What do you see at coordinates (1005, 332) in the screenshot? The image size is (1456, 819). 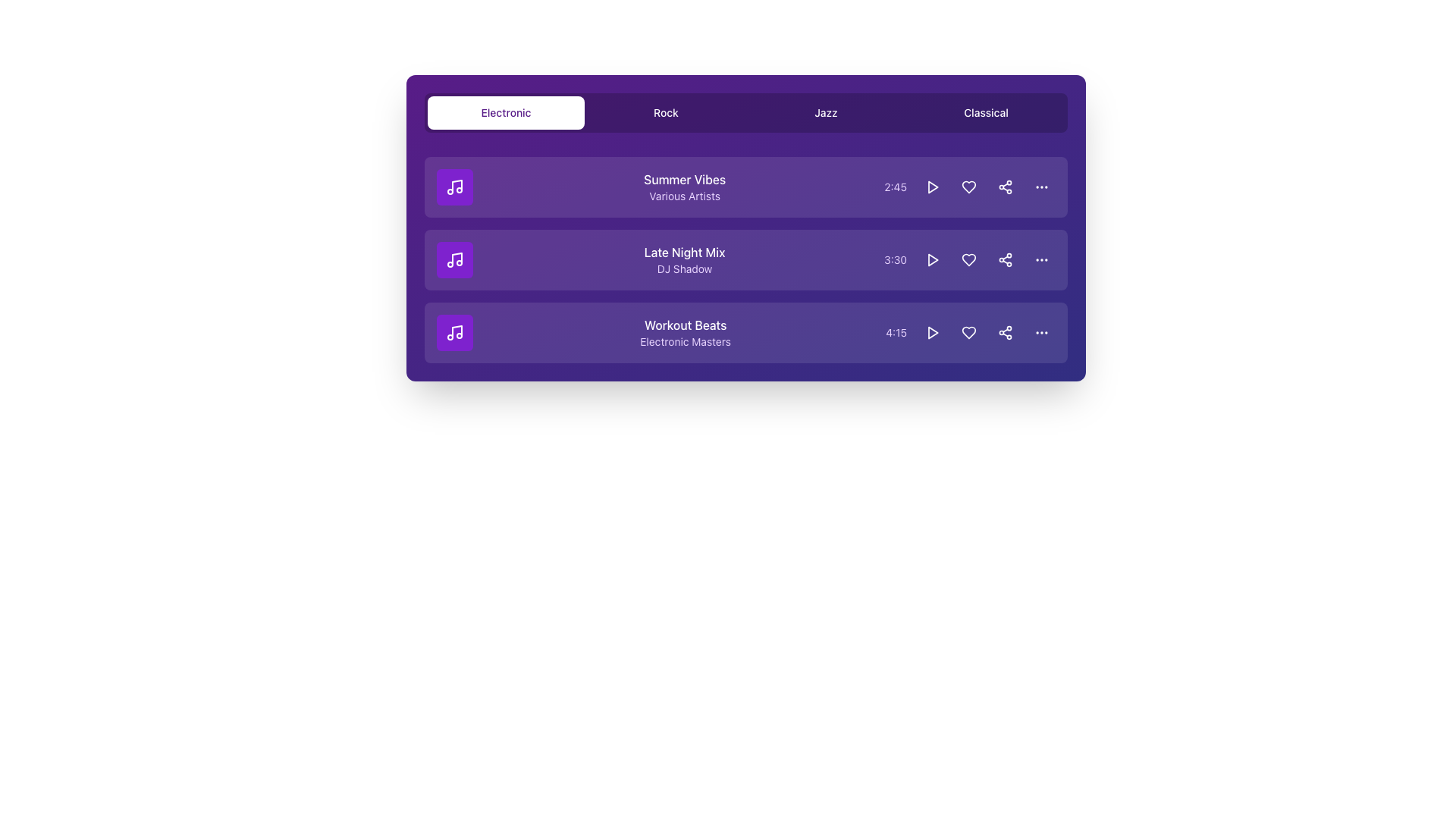 I see `the share button located in the rightmost region of the 'Workout Beats' track row` at bounding box center [1005, 332].